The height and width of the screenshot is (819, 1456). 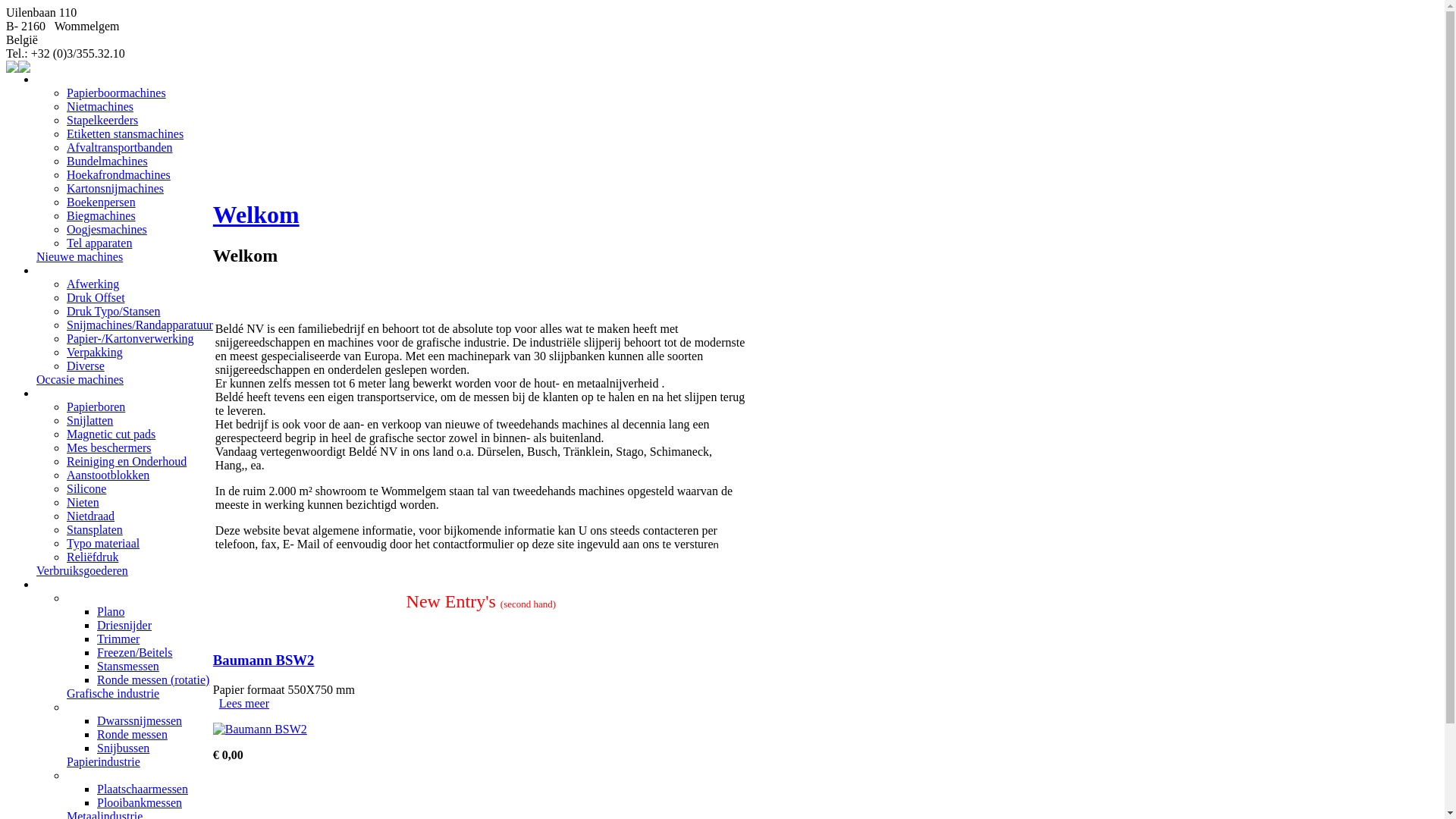 What do you see at coordinates (130, 337) in the screenshot?
I see `'Papier-/Kartonverwerking'` at bounding box center [130, 337].